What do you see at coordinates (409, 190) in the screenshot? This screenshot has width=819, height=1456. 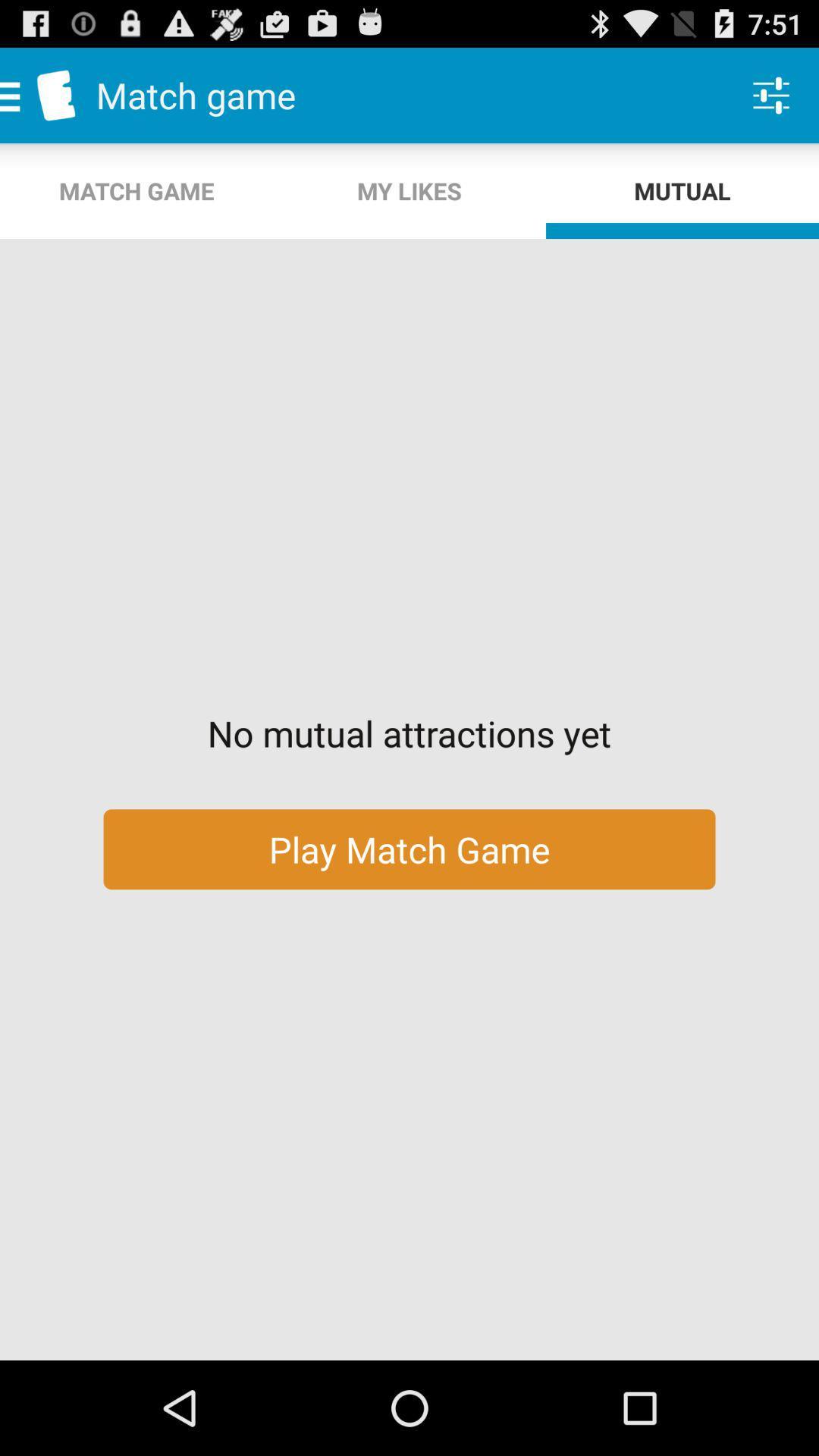 I see `app at the top` at bounding box center [409, 190].